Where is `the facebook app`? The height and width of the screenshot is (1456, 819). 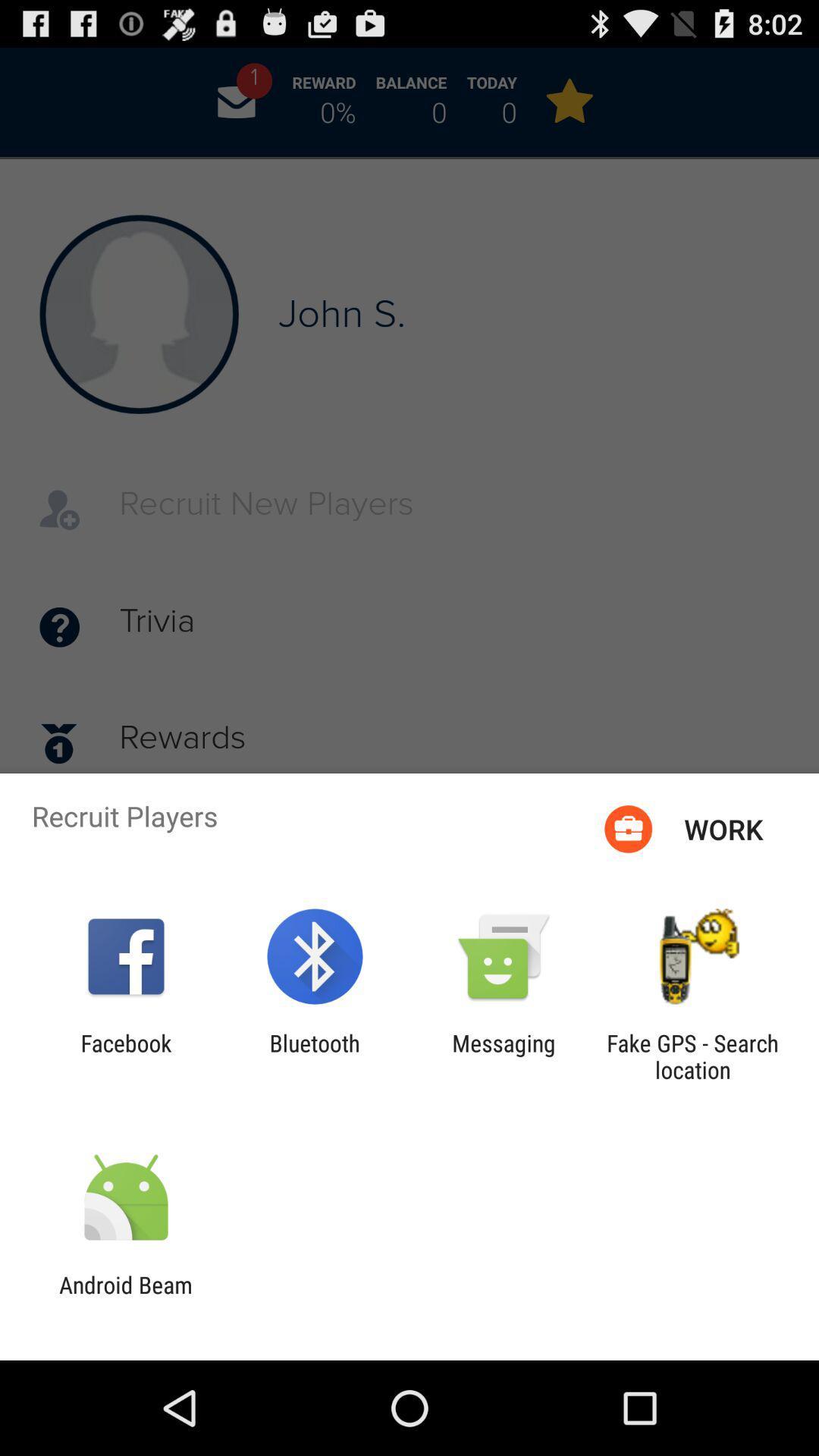 the facebook app is located at coordinates (125, 1056).